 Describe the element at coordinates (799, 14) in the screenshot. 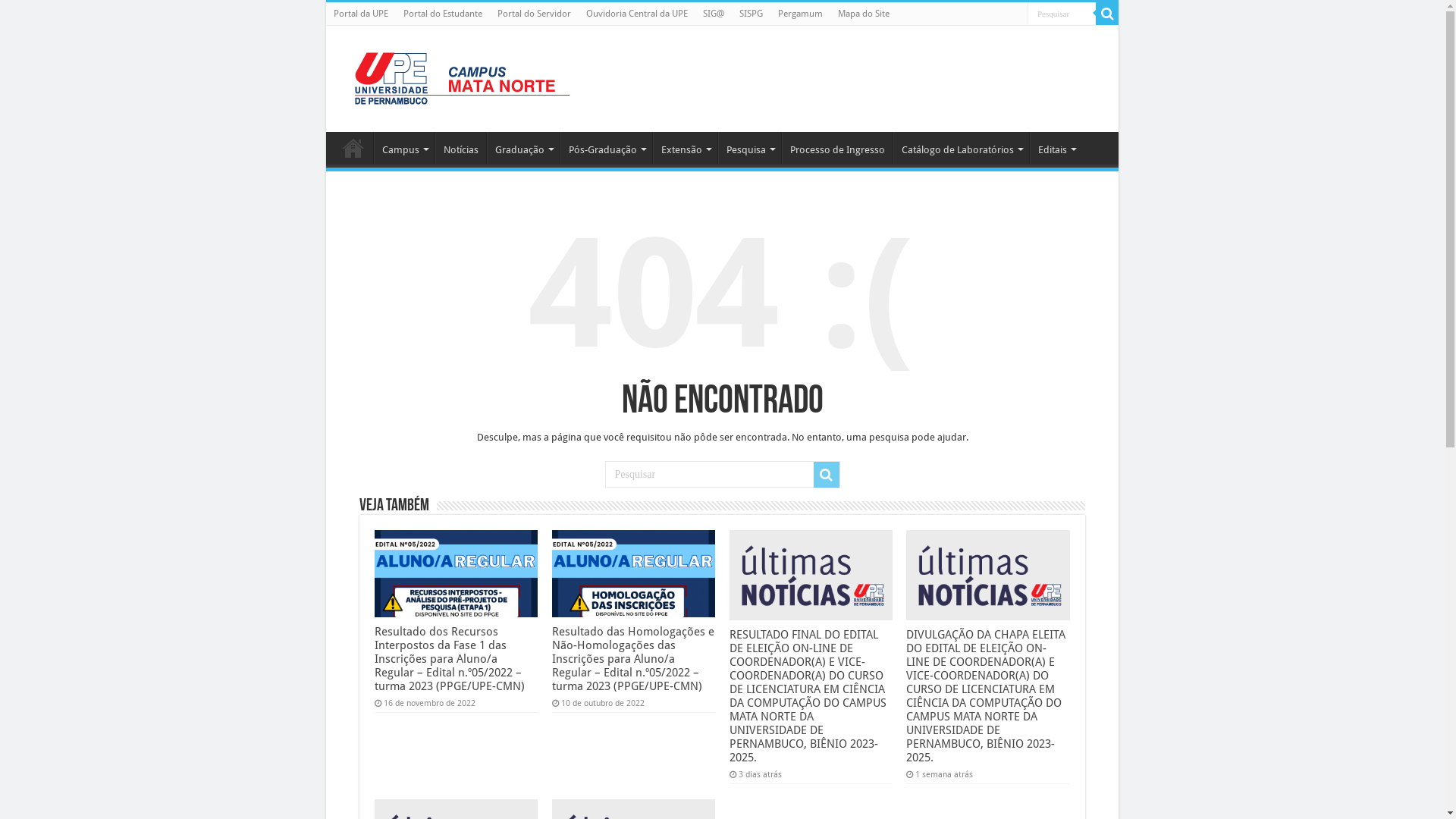

I see `'Pergamum'` at that location.